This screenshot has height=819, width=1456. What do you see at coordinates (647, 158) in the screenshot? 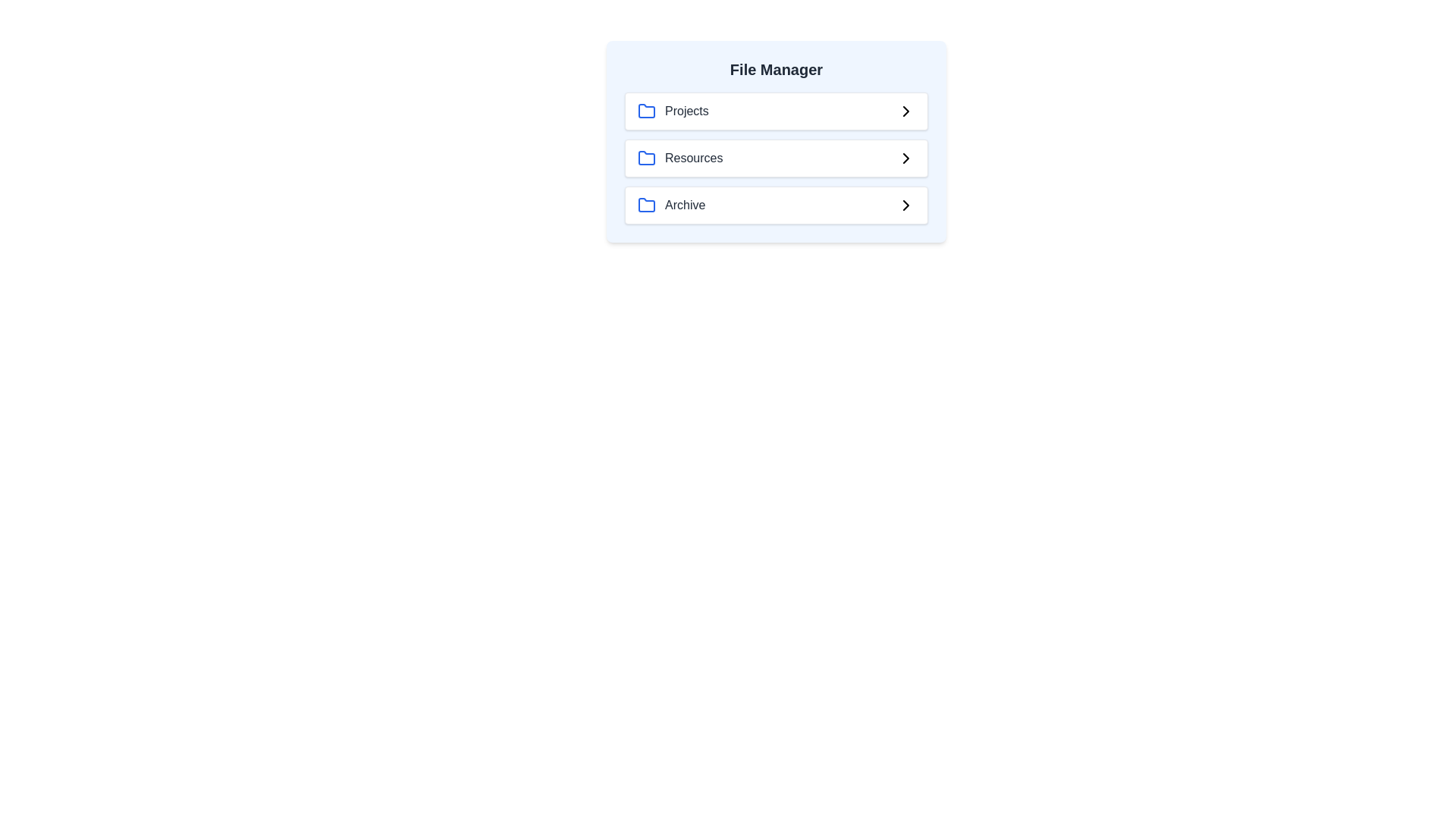
I see `the second icon representing the 'Resources' folder in the vertical list of folders in the 'File Manager' interface` at bounding box center [647, 158].